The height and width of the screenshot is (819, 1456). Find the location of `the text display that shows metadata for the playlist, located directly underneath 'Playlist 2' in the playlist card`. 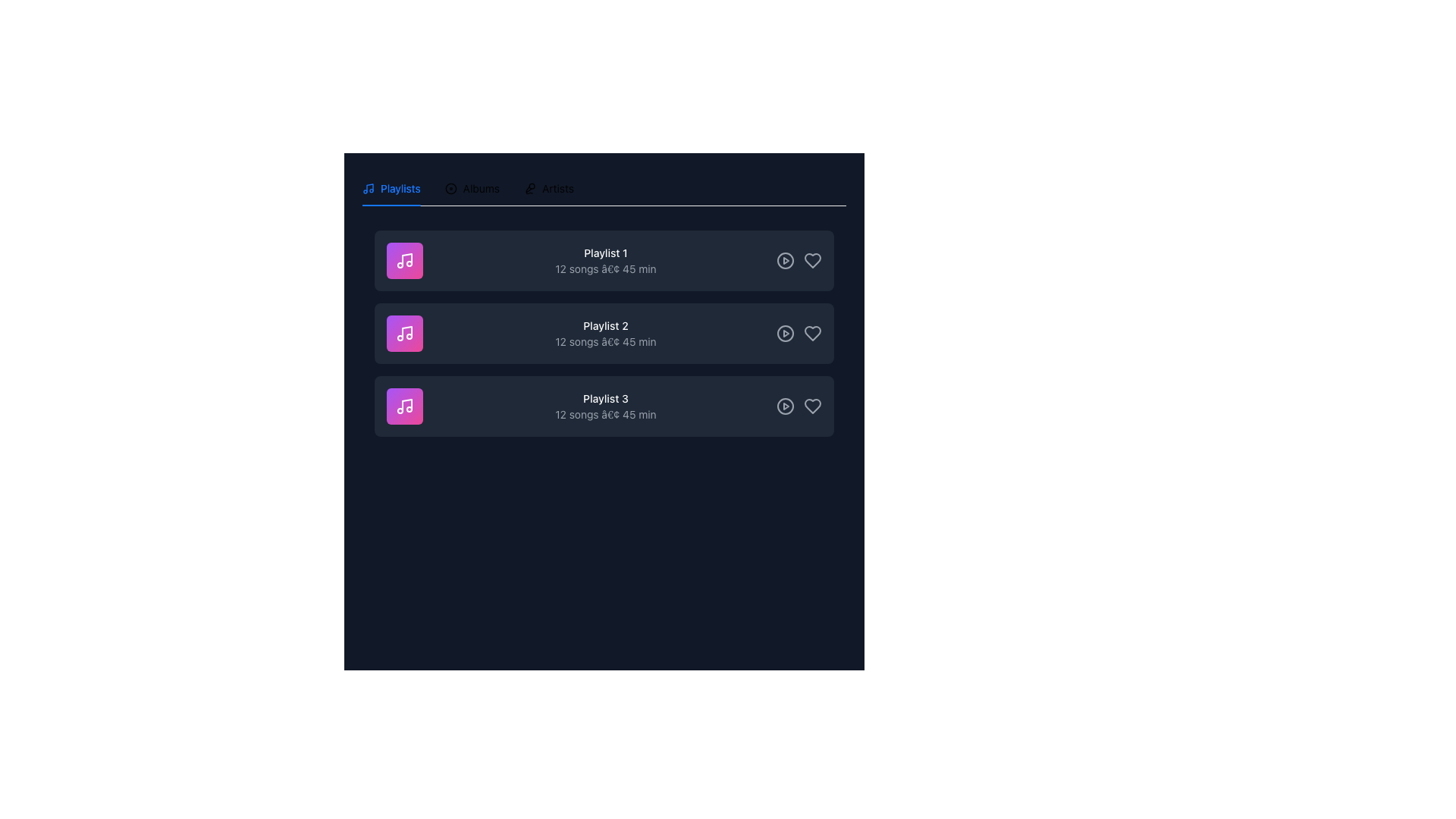

the text display that shows metadata for the playlist, located directly underneath 'Playlist 2' in the playlist card is located at coordinates (604, 342).